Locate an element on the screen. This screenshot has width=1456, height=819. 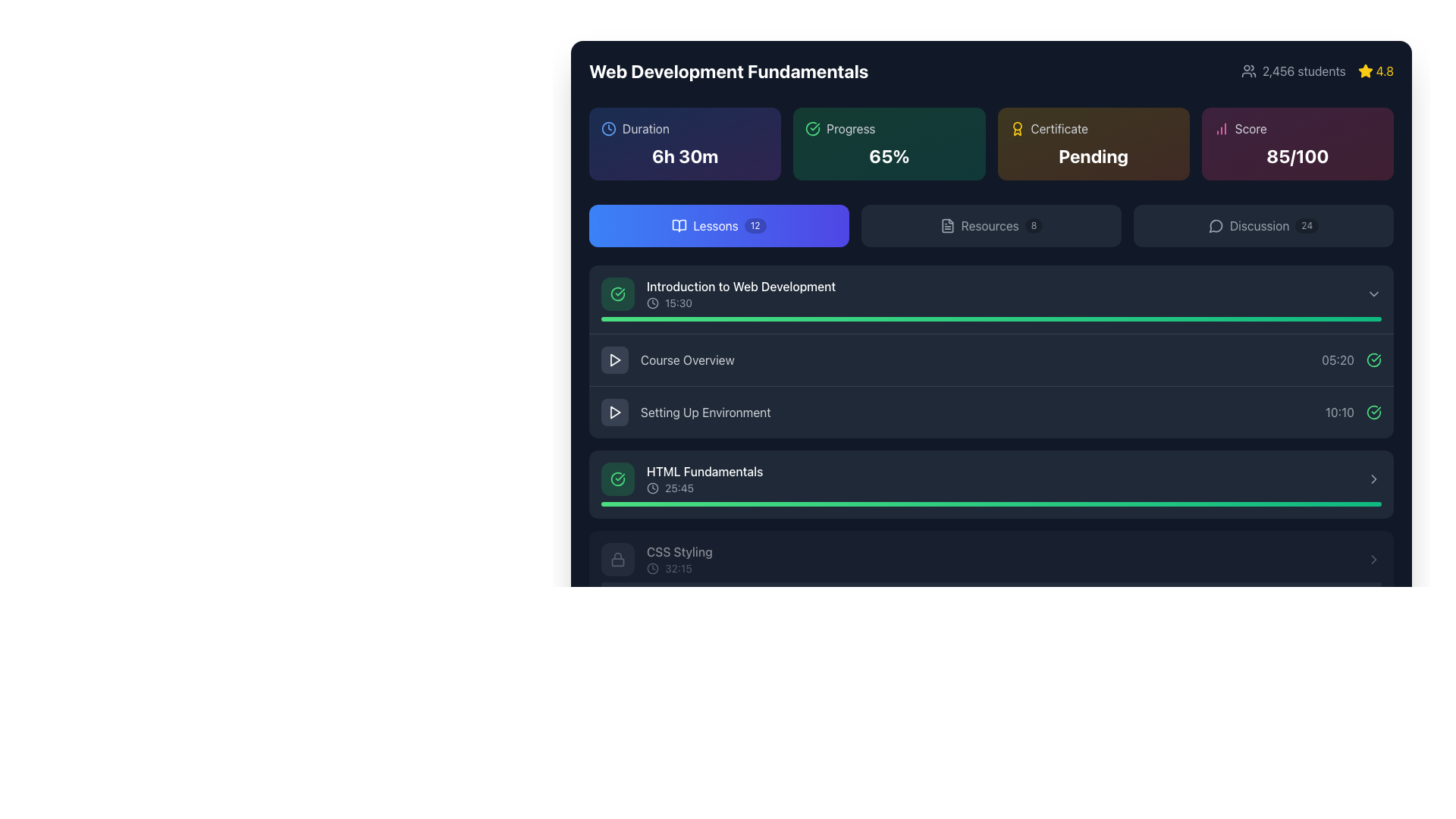
the decorative circle element in the SVG icon adjacent to the 'CSS Styling' course entry is located at coordinates (652, 568).